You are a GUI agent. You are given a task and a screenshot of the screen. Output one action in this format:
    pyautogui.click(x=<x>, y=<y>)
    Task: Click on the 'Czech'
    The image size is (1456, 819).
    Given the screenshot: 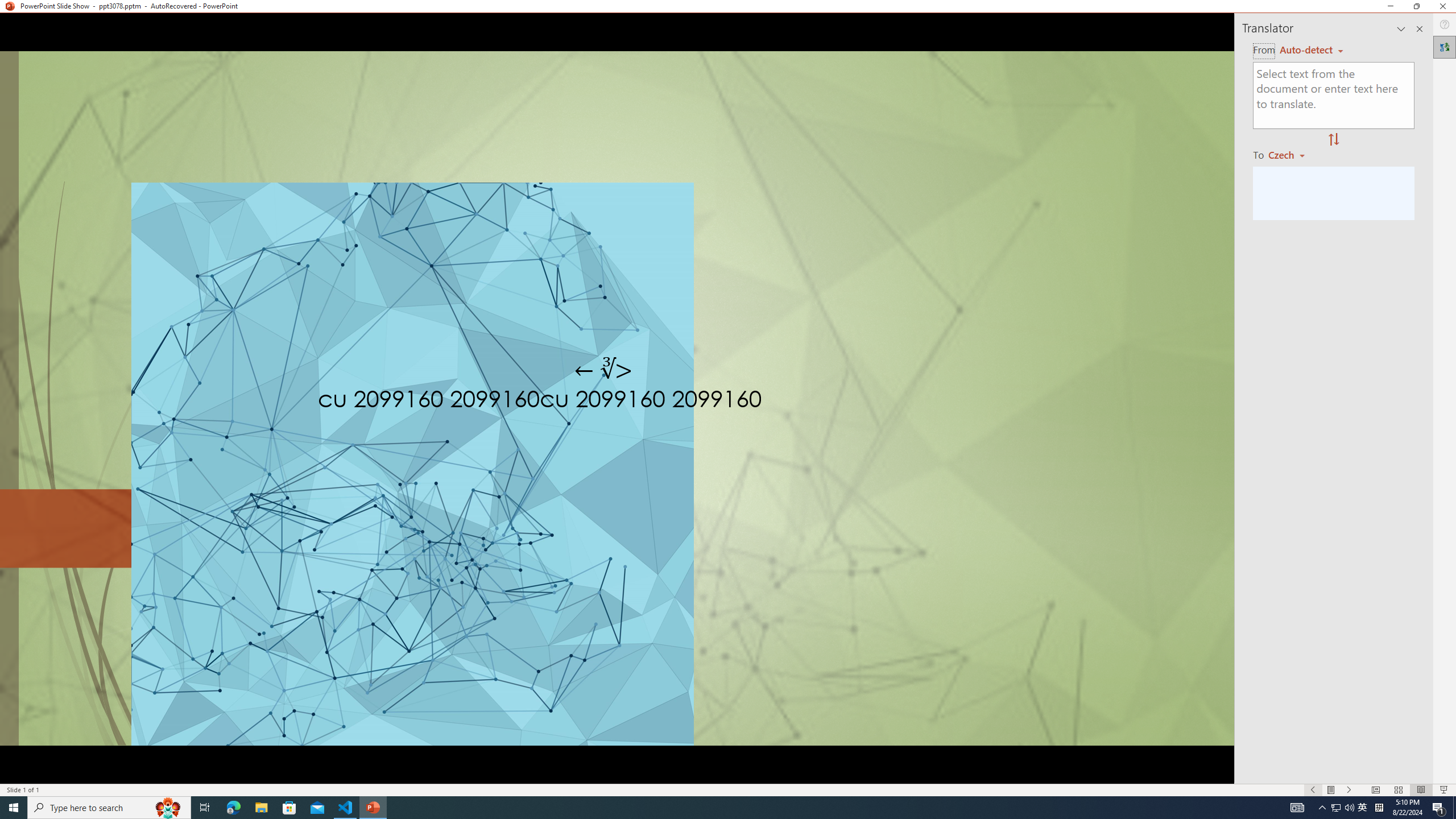 What is the action you would take?
    pyautogui.click(x=1291, y=154)
    